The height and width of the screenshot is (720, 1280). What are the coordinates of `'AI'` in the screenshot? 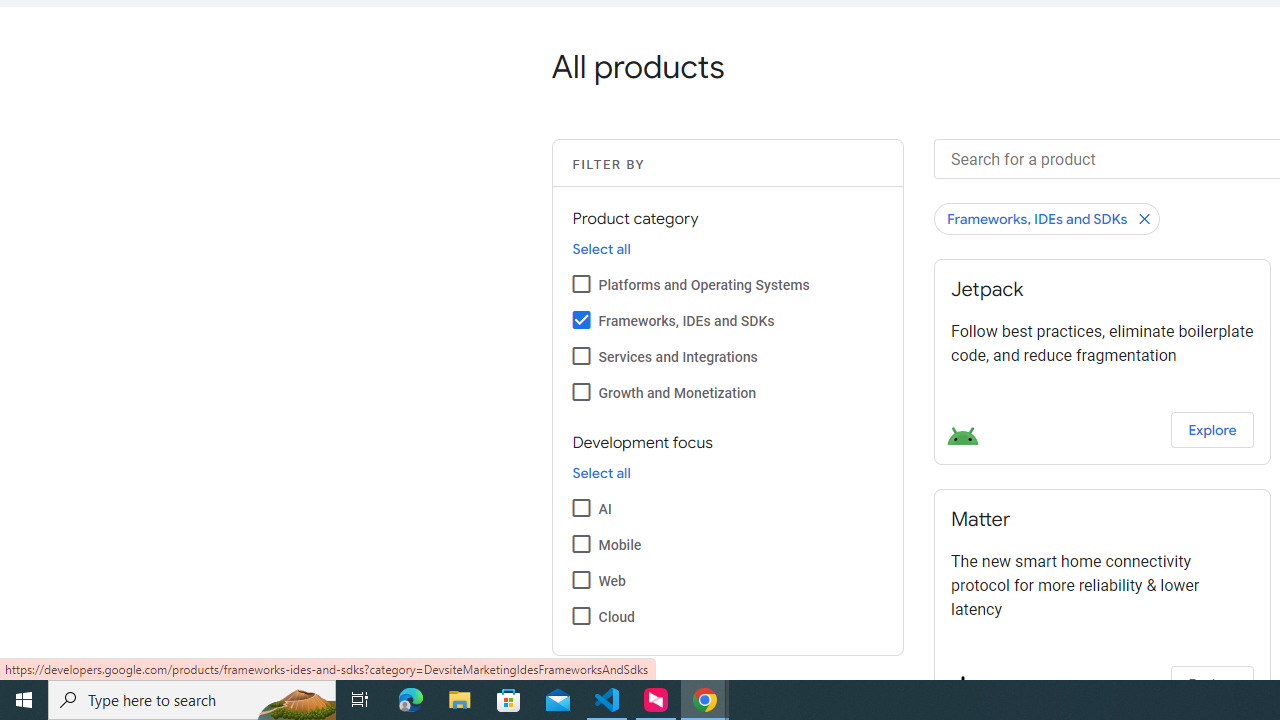 It's located at (580, 506).